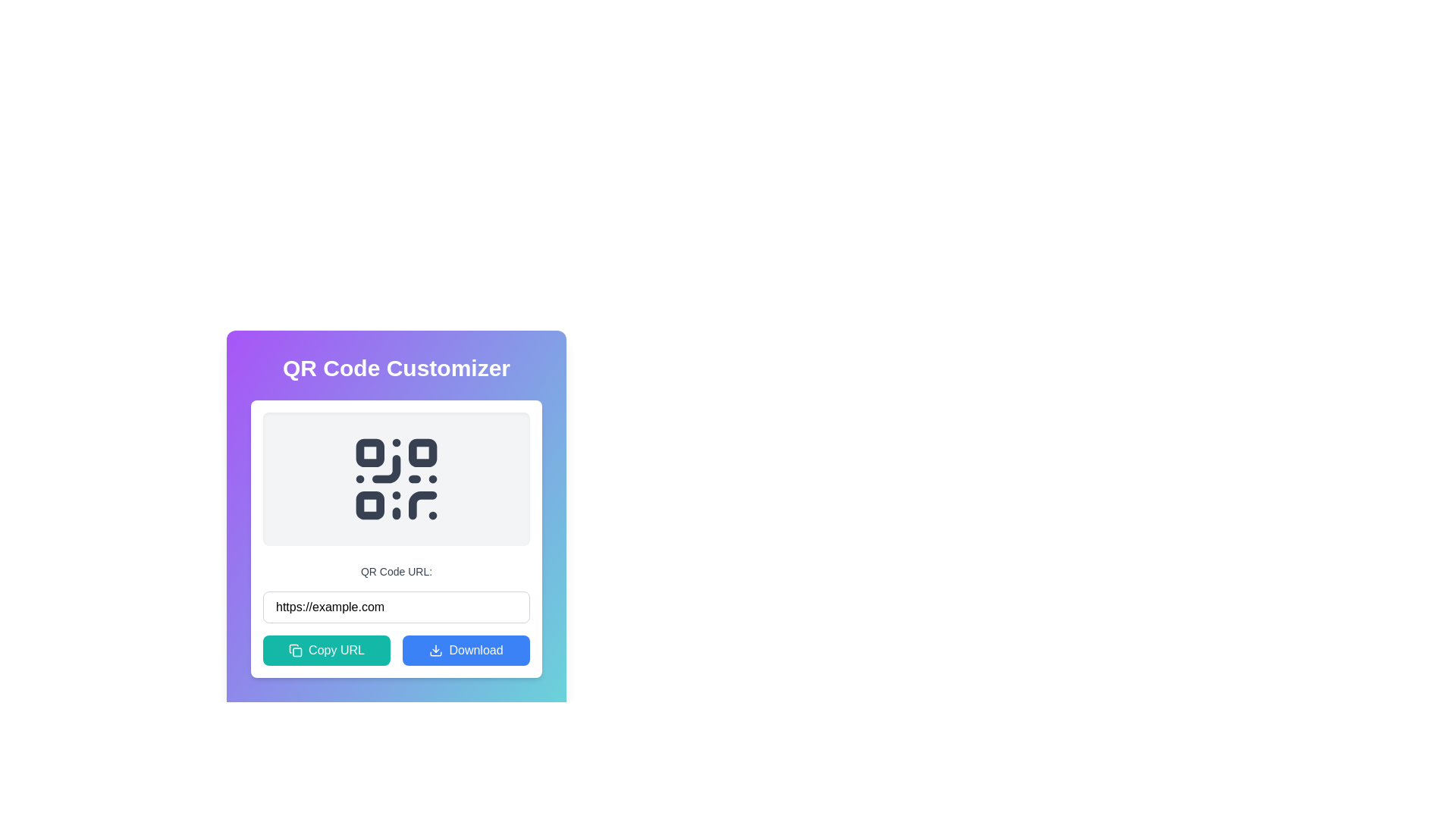 The image size is (1456, 819). What do you see at coordinates (326, 649) in the screenshot?
I see `the 'Copy URL' button, which is the first button in a grid layout` at bounding box center [326, 649].